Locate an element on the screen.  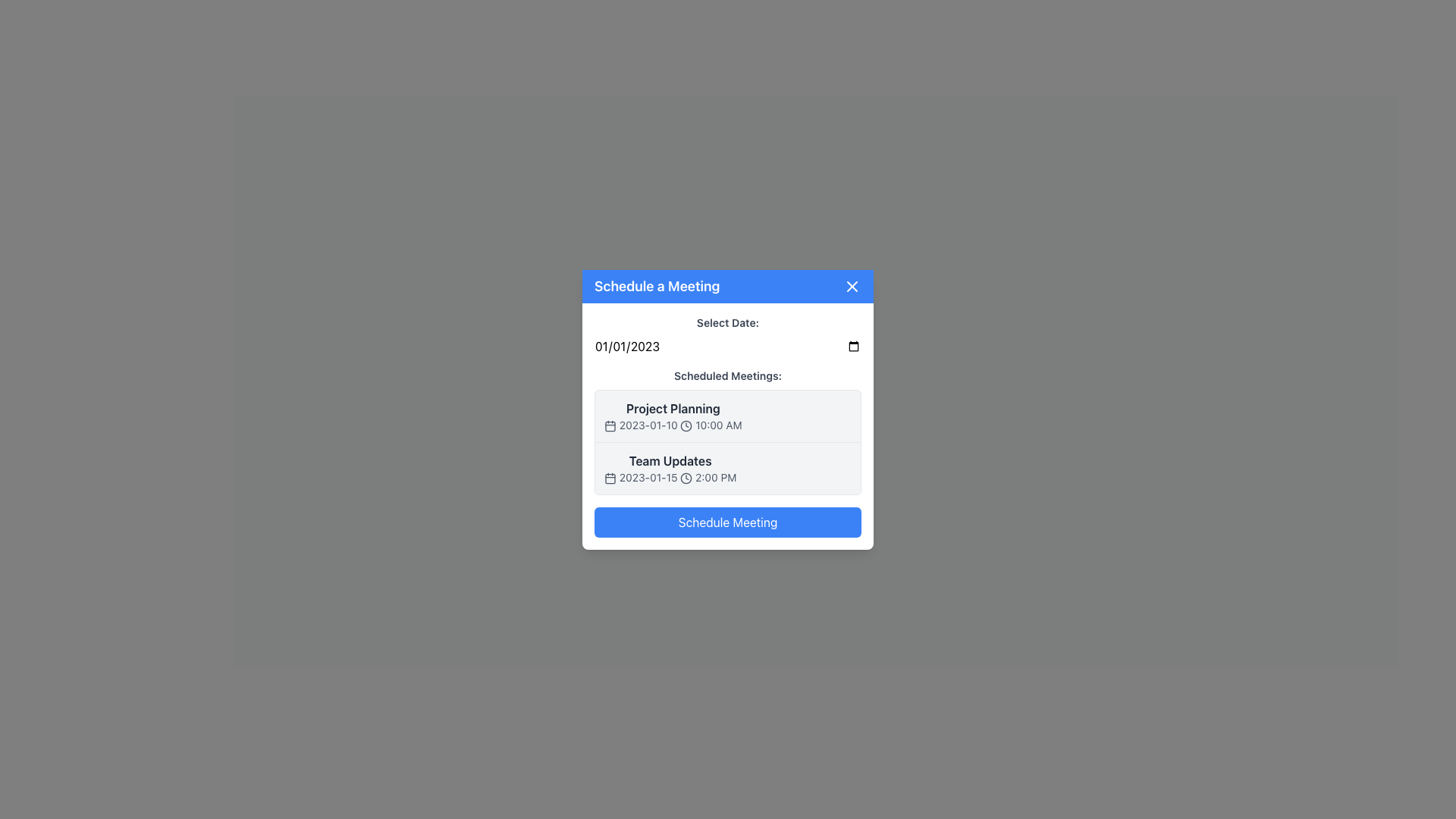
text label 'Scheduled Meetings:' which is styled in a small bold font and located in the header section above the meeting list is located at coordinates (728, 375).